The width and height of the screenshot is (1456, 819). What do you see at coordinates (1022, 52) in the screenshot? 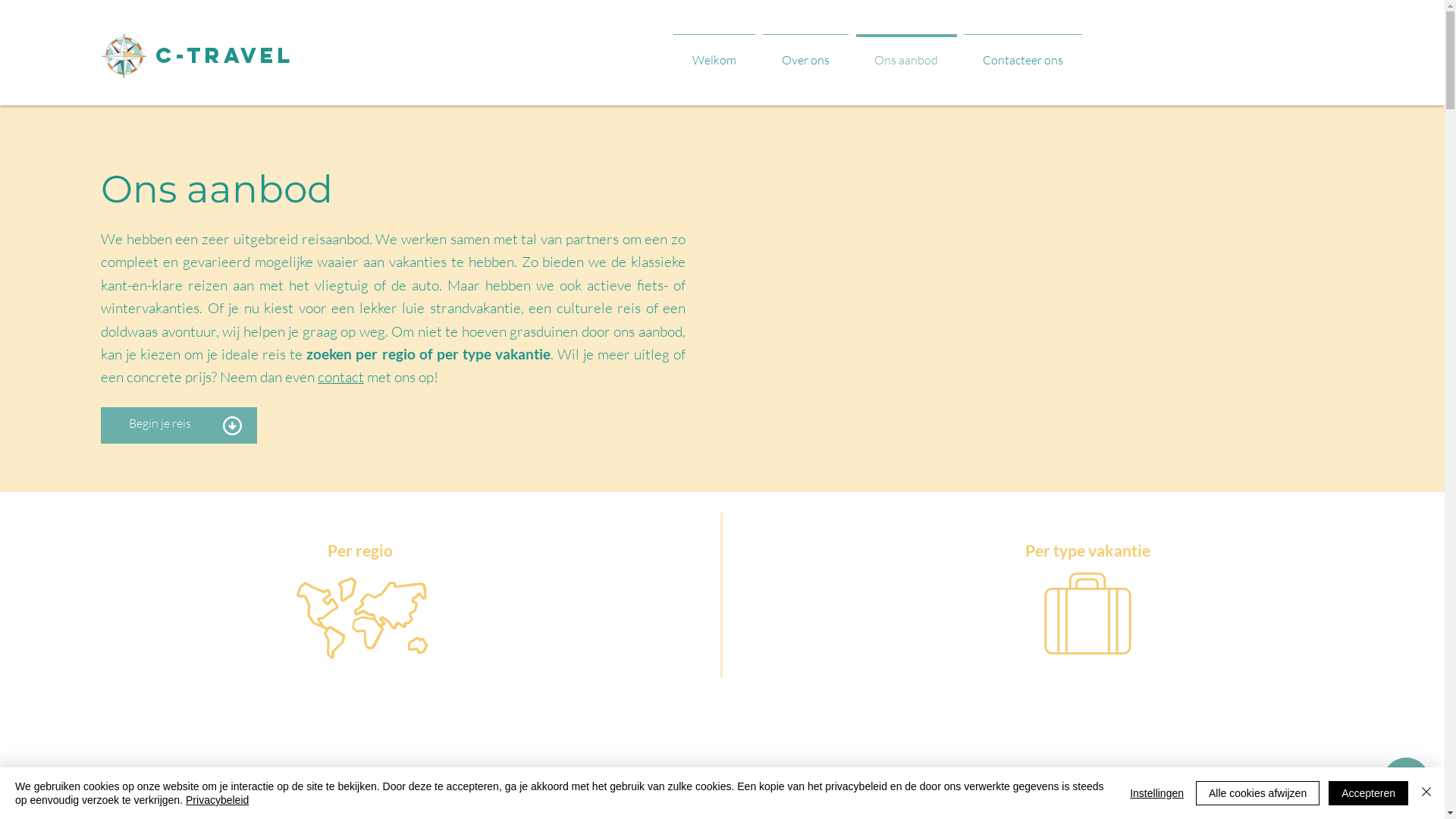
I see `'Contacteer ons'` at bounding box center [1022, 52].